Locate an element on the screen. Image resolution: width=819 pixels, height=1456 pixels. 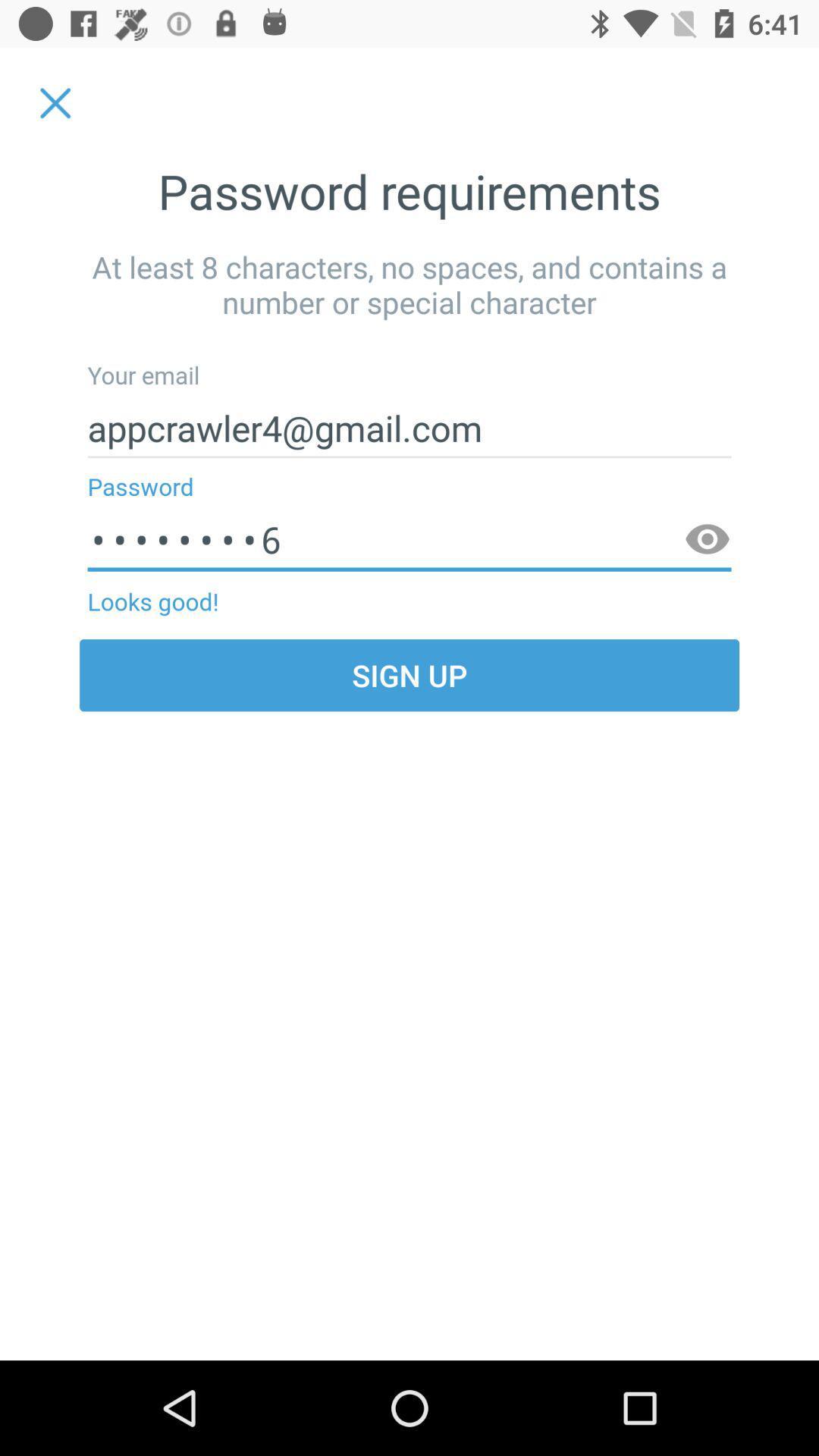
app next to looks good! is located at coordinates (708, 540).